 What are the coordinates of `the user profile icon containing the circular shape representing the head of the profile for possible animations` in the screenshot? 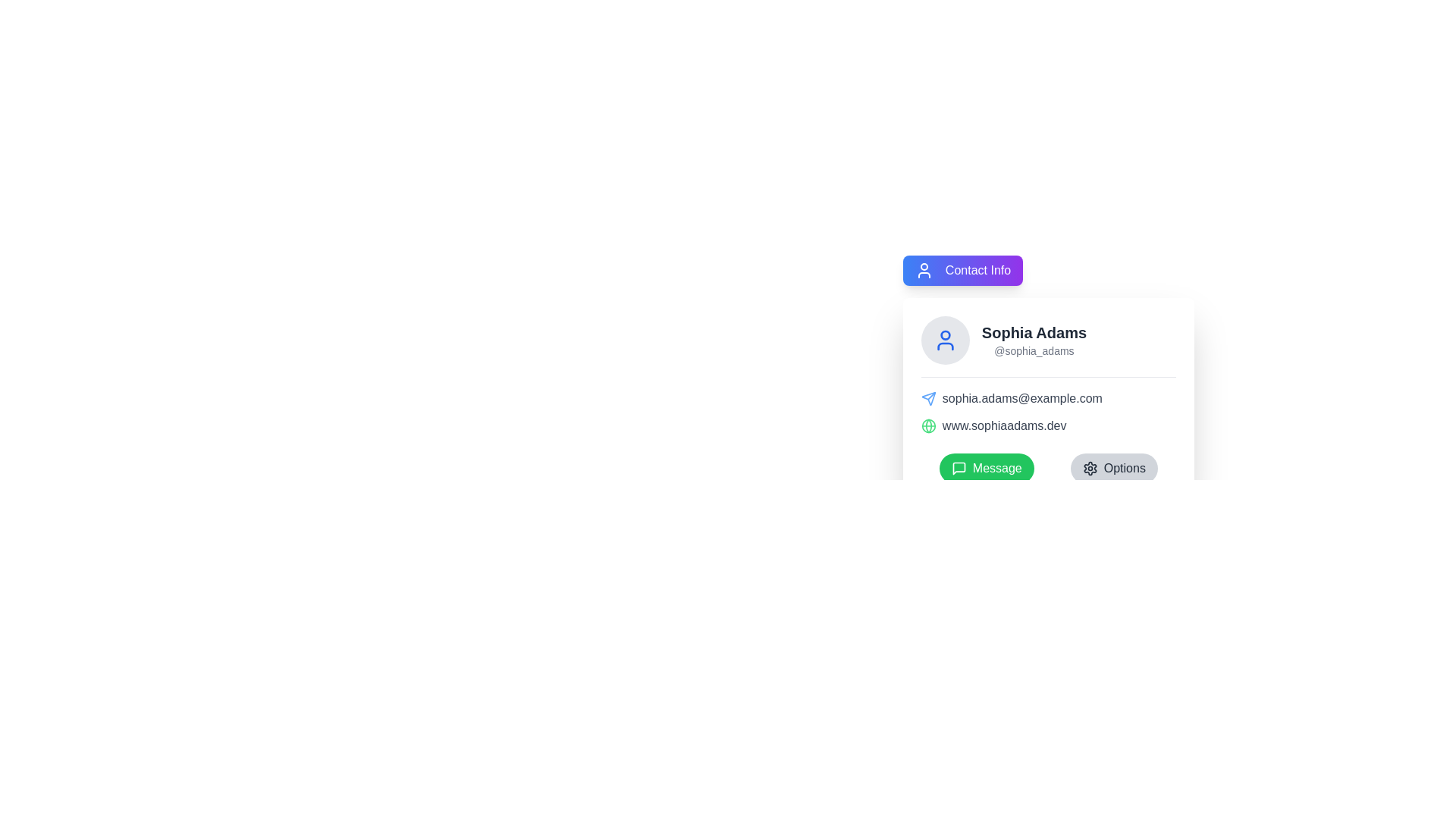 It's located at (944, 334).